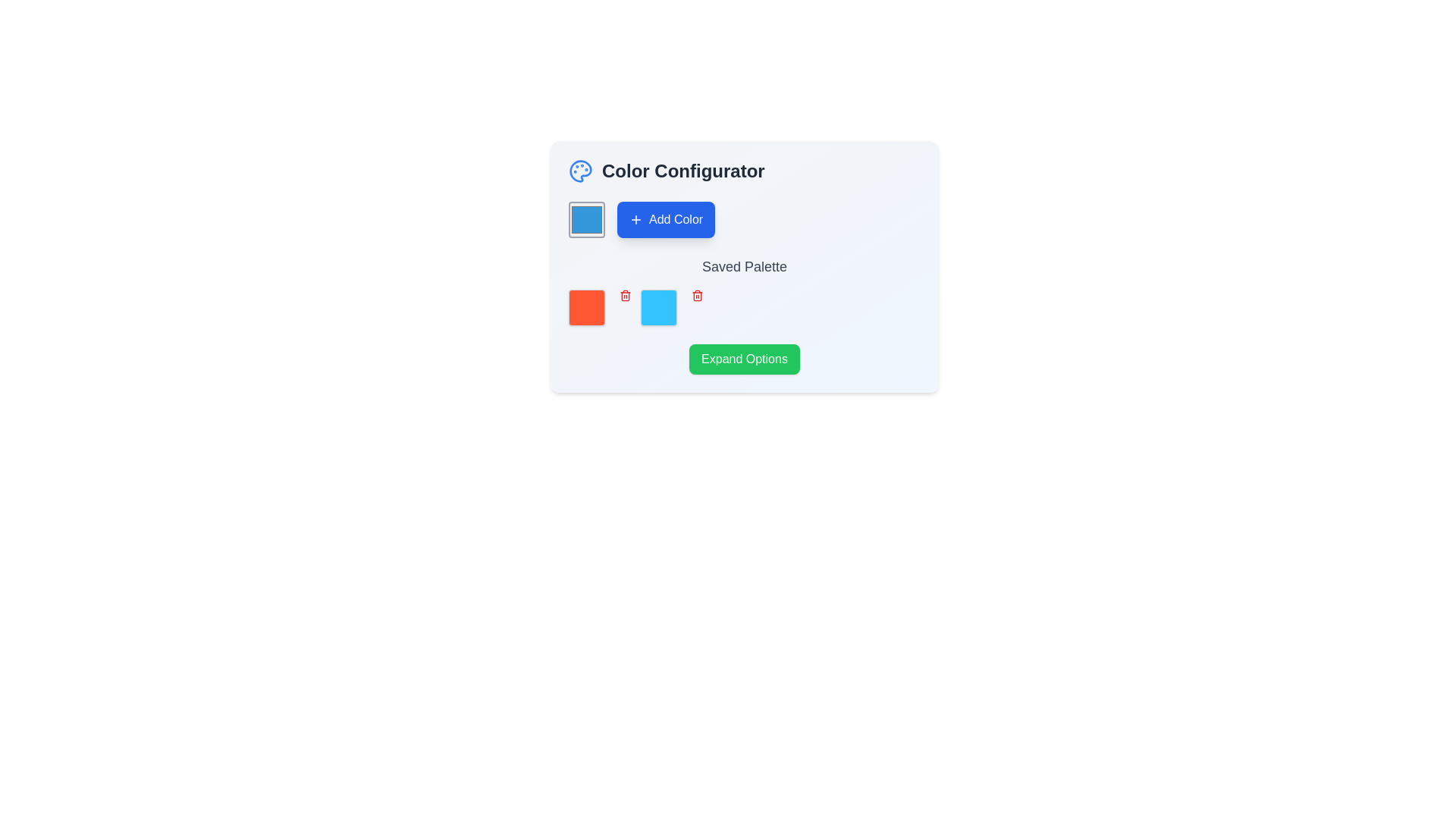 This screenshot has width=1456, height=819. I want to click on the delete button in the top-right corner of the blue square color sample in the 'Saved Palette' section, so click(697, 295).